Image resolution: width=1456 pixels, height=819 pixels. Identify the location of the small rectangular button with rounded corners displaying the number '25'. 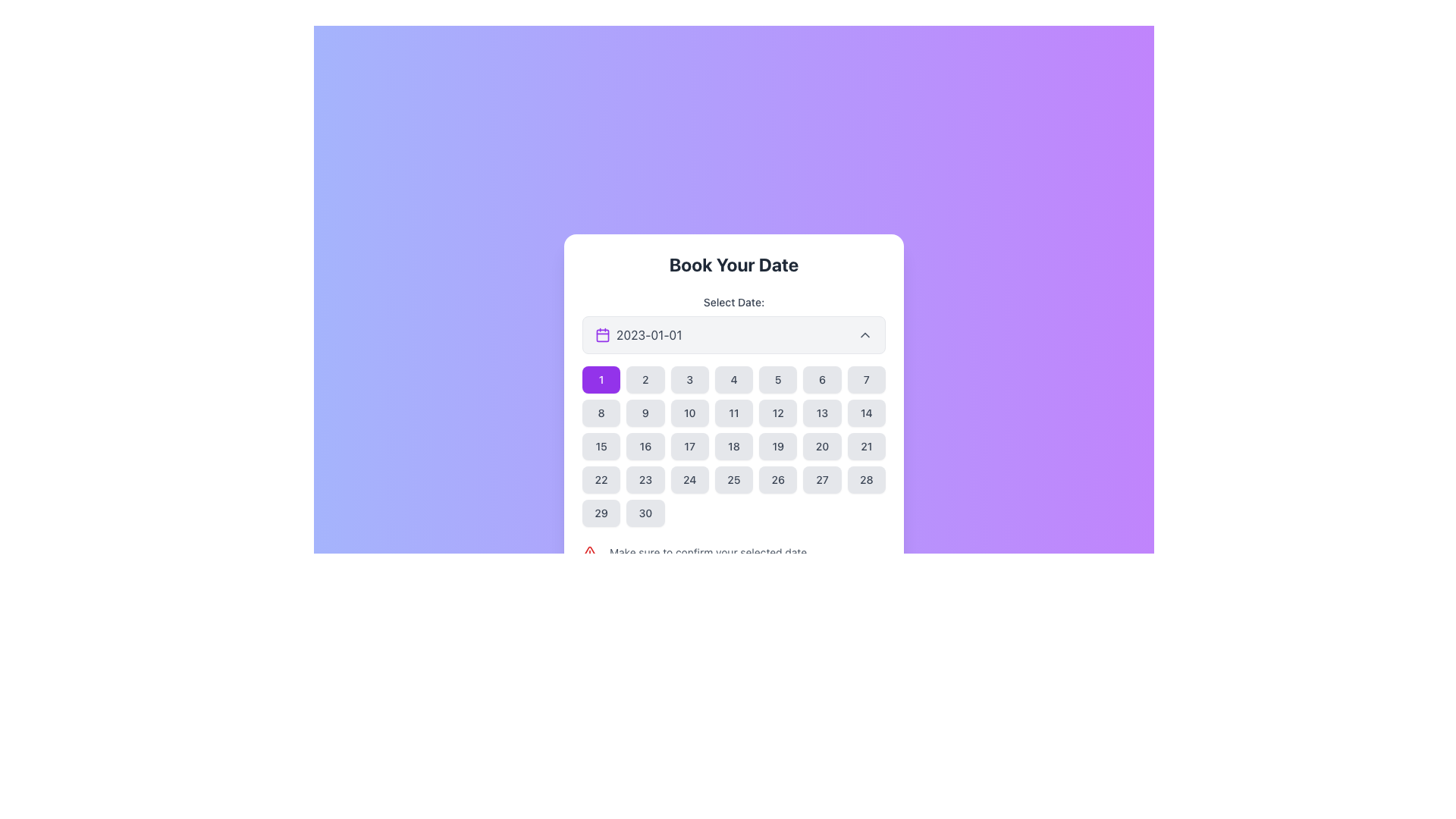
(734, 479).